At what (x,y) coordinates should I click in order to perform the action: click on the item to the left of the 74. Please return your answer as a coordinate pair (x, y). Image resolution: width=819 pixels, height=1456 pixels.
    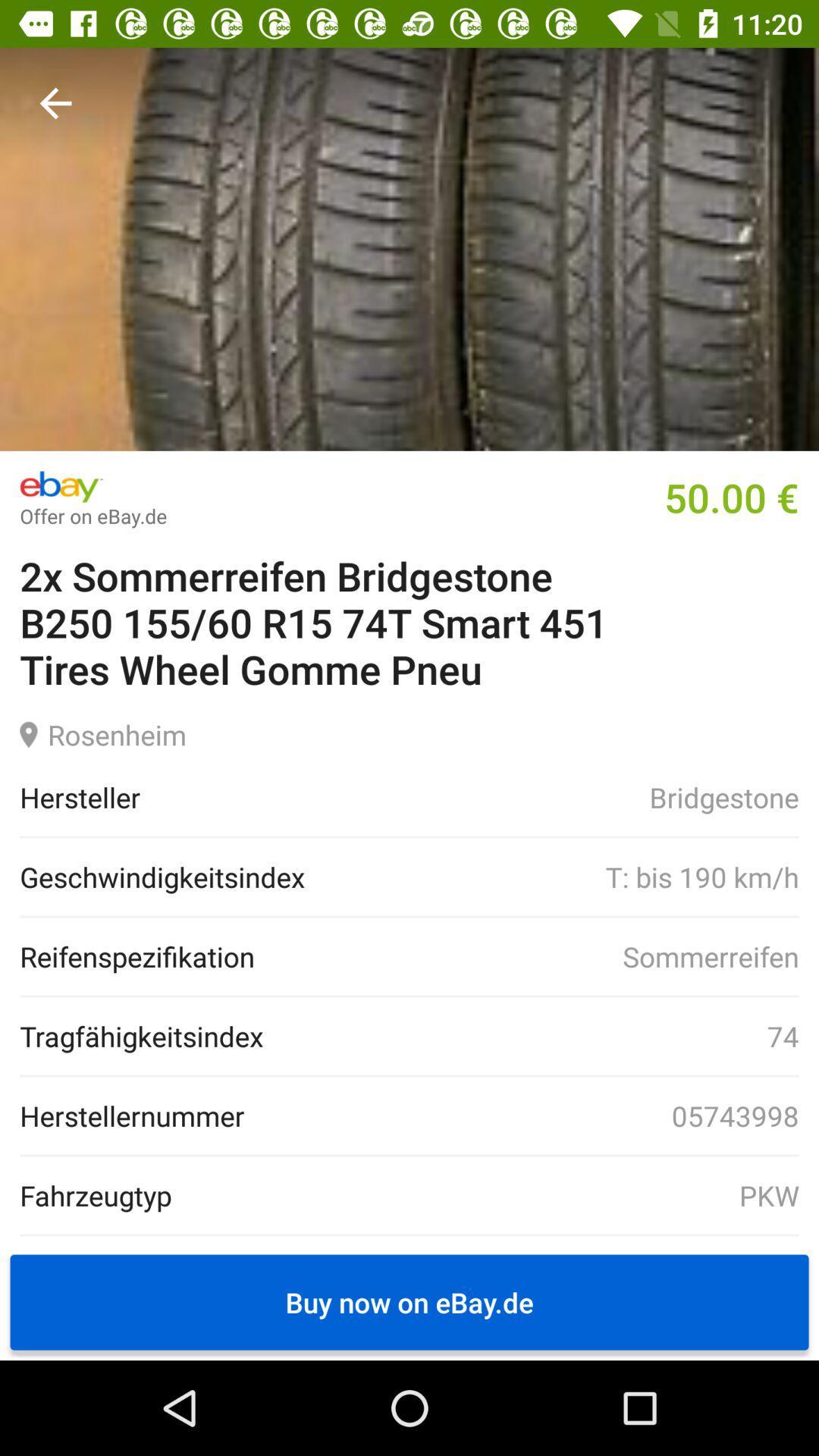
    Looking at the image, I should click on (141, 1035).